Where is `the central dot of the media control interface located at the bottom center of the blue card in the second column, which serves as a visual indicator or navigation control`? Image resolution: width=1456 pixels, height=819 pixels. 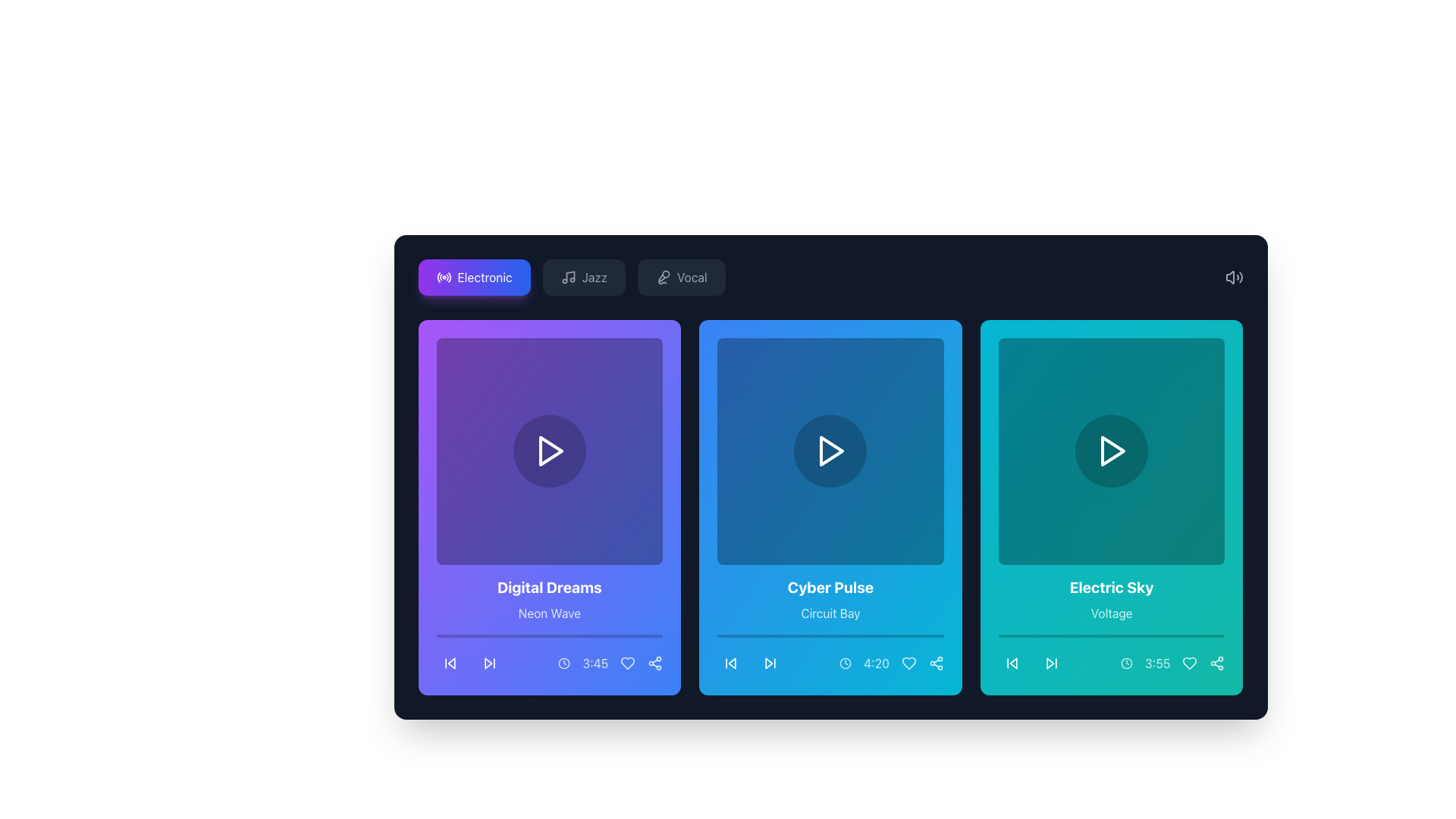
the central dot of the media control interface located at the bottom center of the blue card in the second column, which serves as a visual indicator or navigation control is located at coordinates (751, 662).